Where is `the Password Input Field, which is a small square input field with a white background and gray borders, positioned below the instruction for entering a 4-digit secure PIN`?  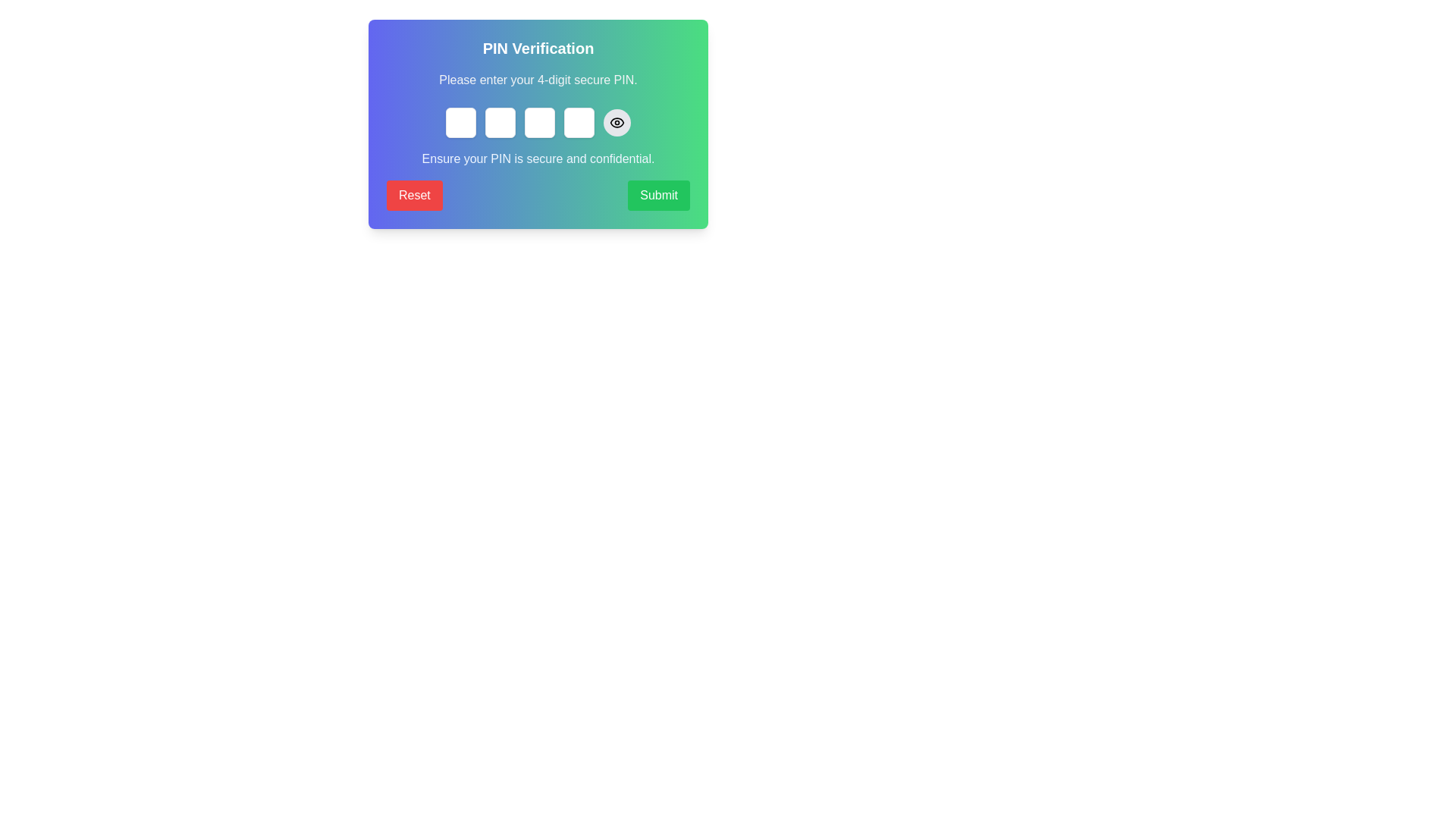
the Password Input Field, which is a small square input field with a white background and gray borders, positioned below the instruction for entering a 4-digit secure PIN is located at coordinates (578, 122).